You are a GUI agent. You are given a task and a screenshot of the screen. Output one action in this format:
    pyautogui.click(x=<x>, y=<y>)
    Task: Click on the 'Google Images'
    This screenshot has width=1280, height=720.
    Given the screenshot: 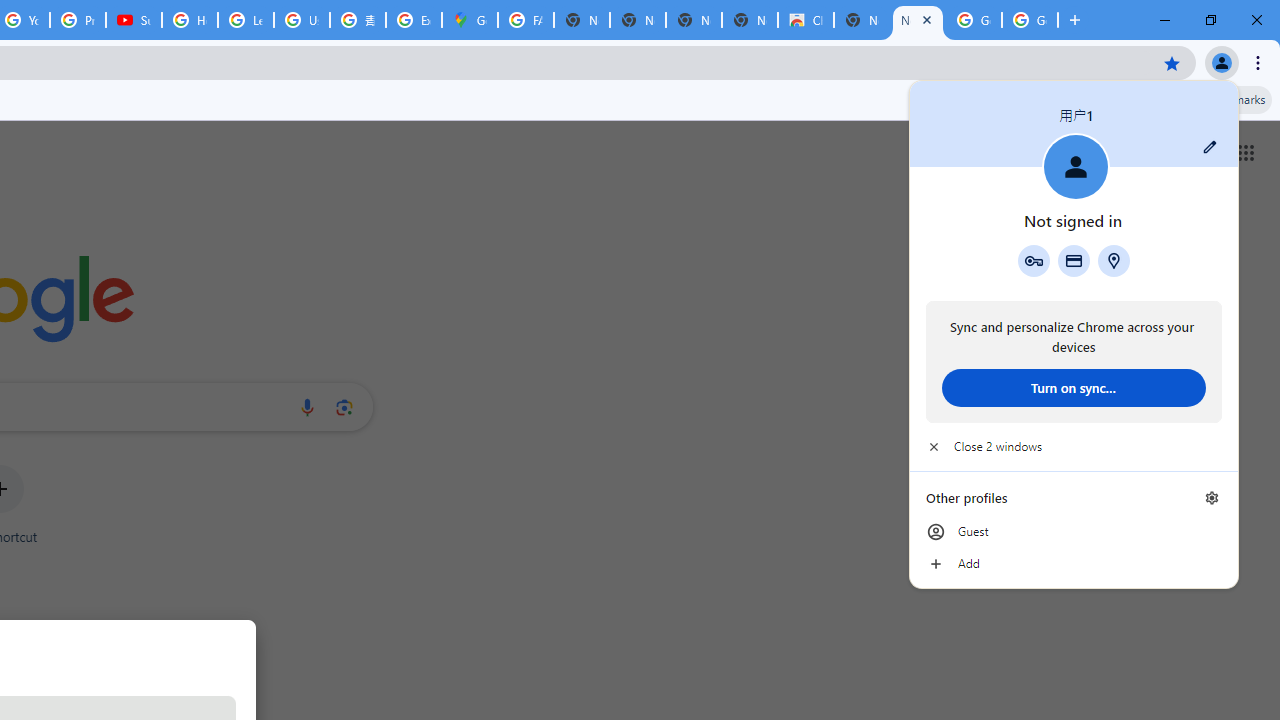 What is the action you would take?
    pyautogui.click(x=974, y=20)
    